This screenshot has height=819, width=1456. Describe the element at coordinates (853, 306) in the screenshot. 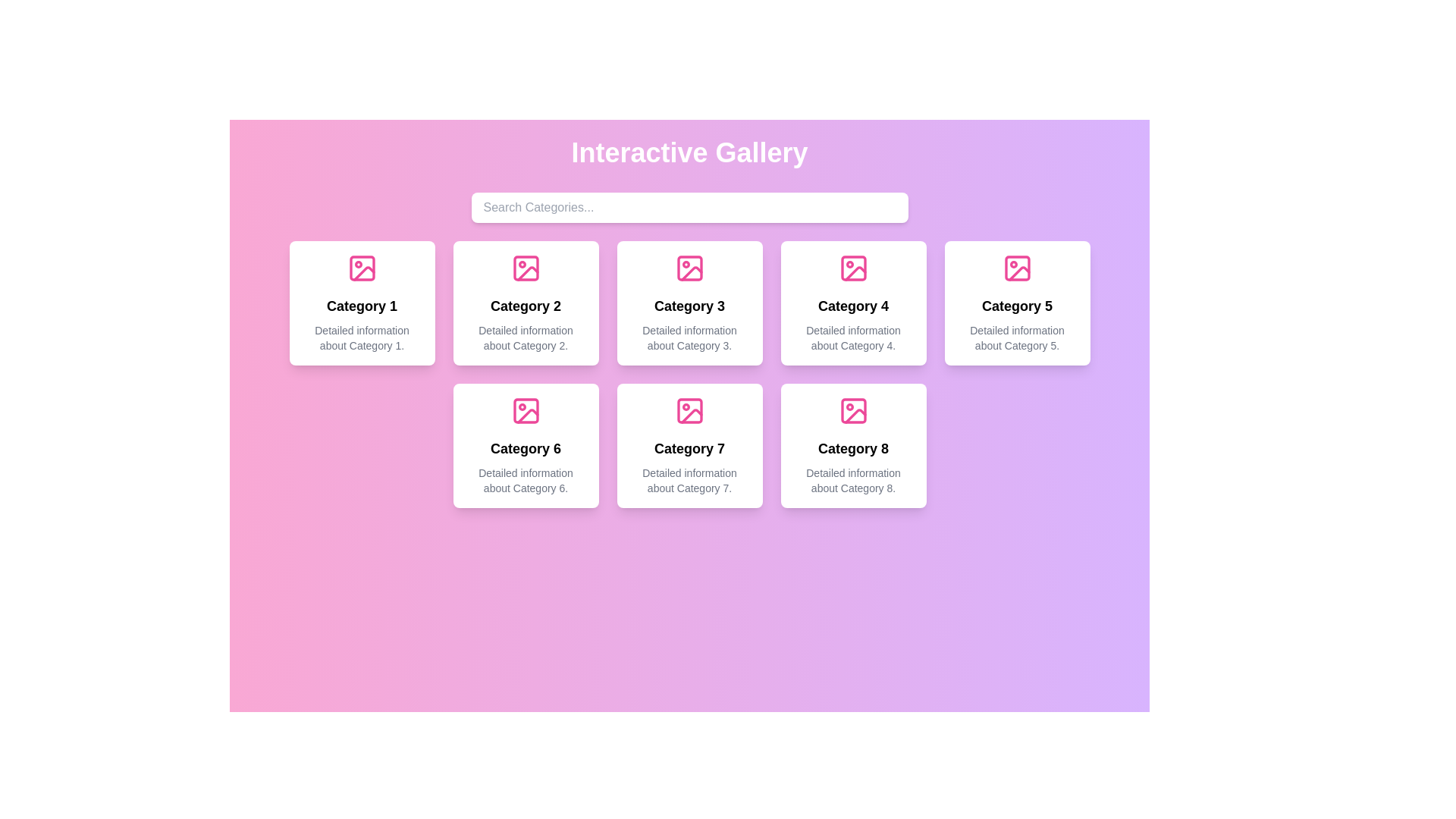

I see `the bold, center-aligned text label saying 'Category 4' located in the fourth card of the top row in the interactive gallery` at that location.